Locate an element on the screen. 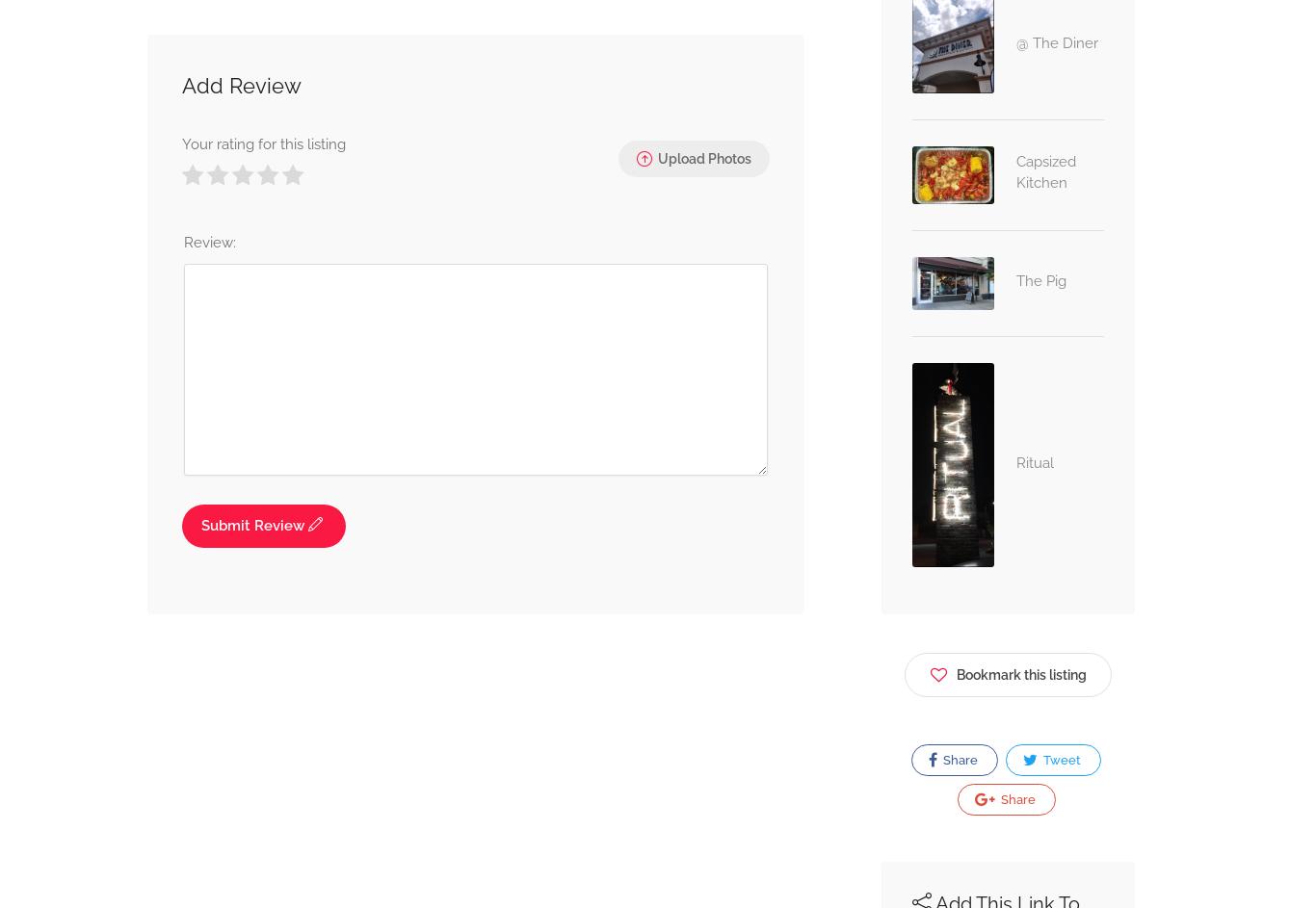  'Your rating for this listing' is located at coordinates (264, 143).